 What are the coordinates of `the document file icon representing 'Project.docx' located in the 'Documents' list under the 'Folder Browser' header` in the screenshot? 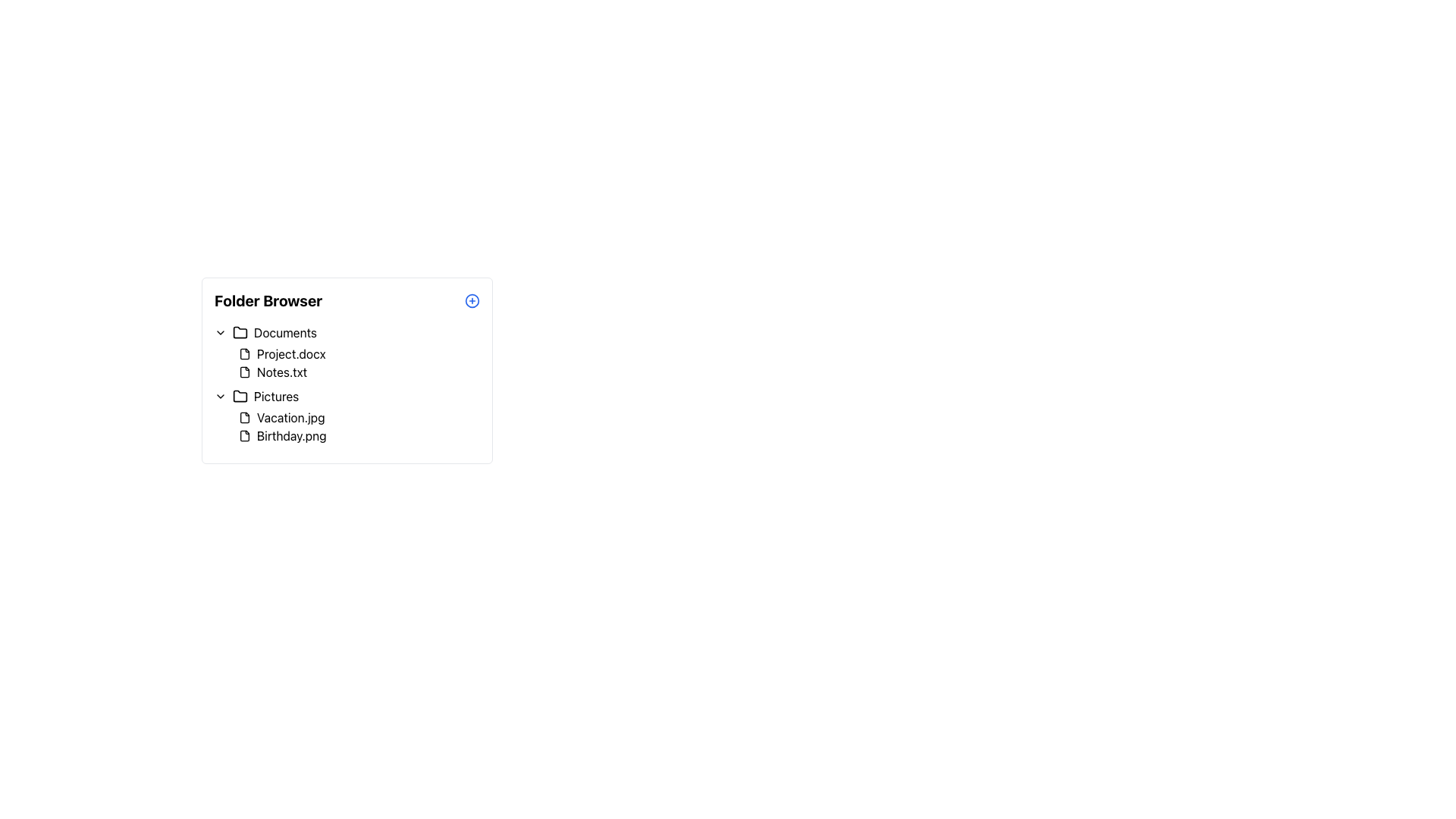 It's located at (244, 353).